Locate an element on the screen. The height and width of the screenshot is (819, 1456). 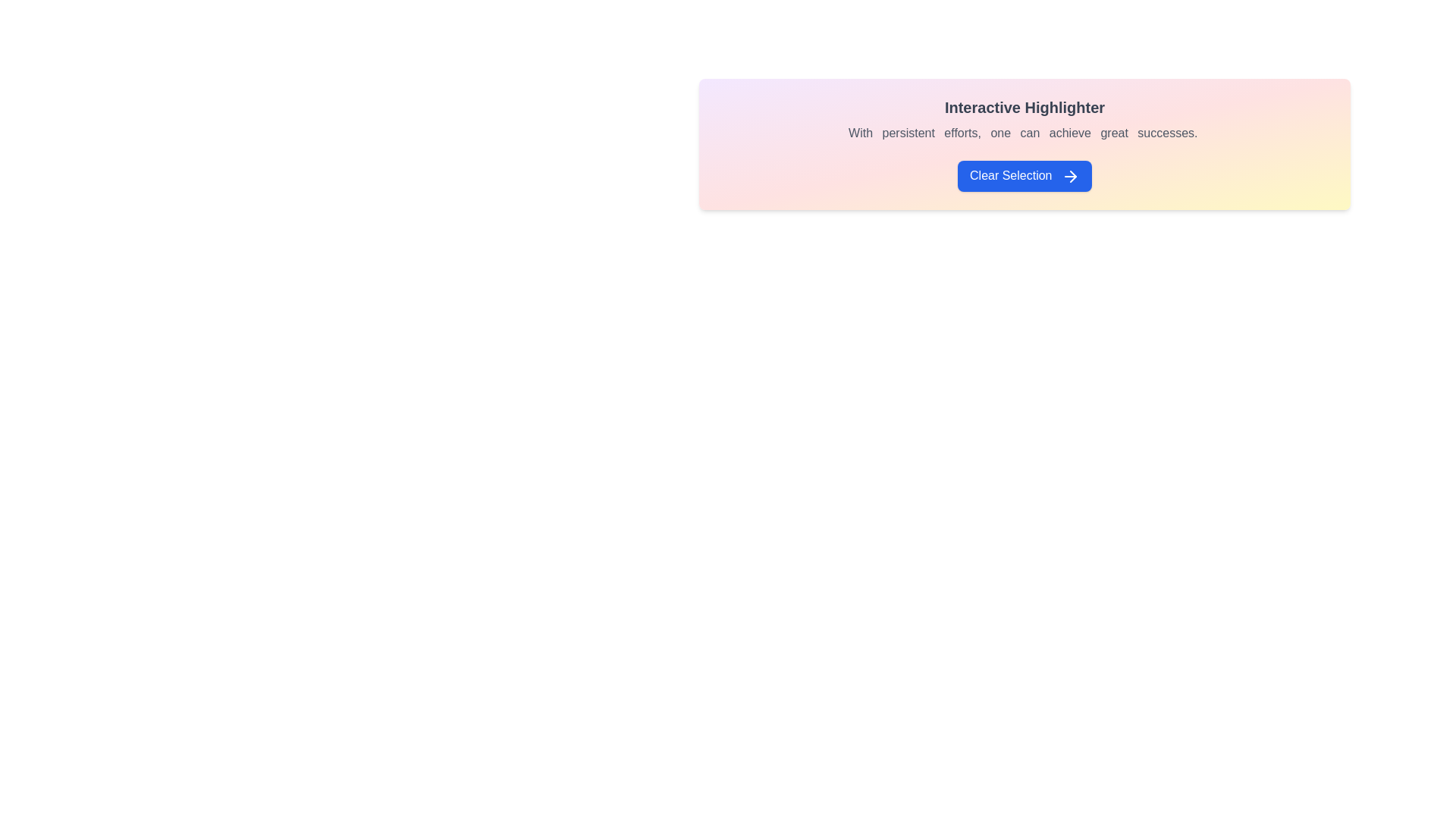
the text component displaying the word 'one', which has a hover effect changing its background to gray, indicating its interactive nature is located at coordinates (1002, 132).